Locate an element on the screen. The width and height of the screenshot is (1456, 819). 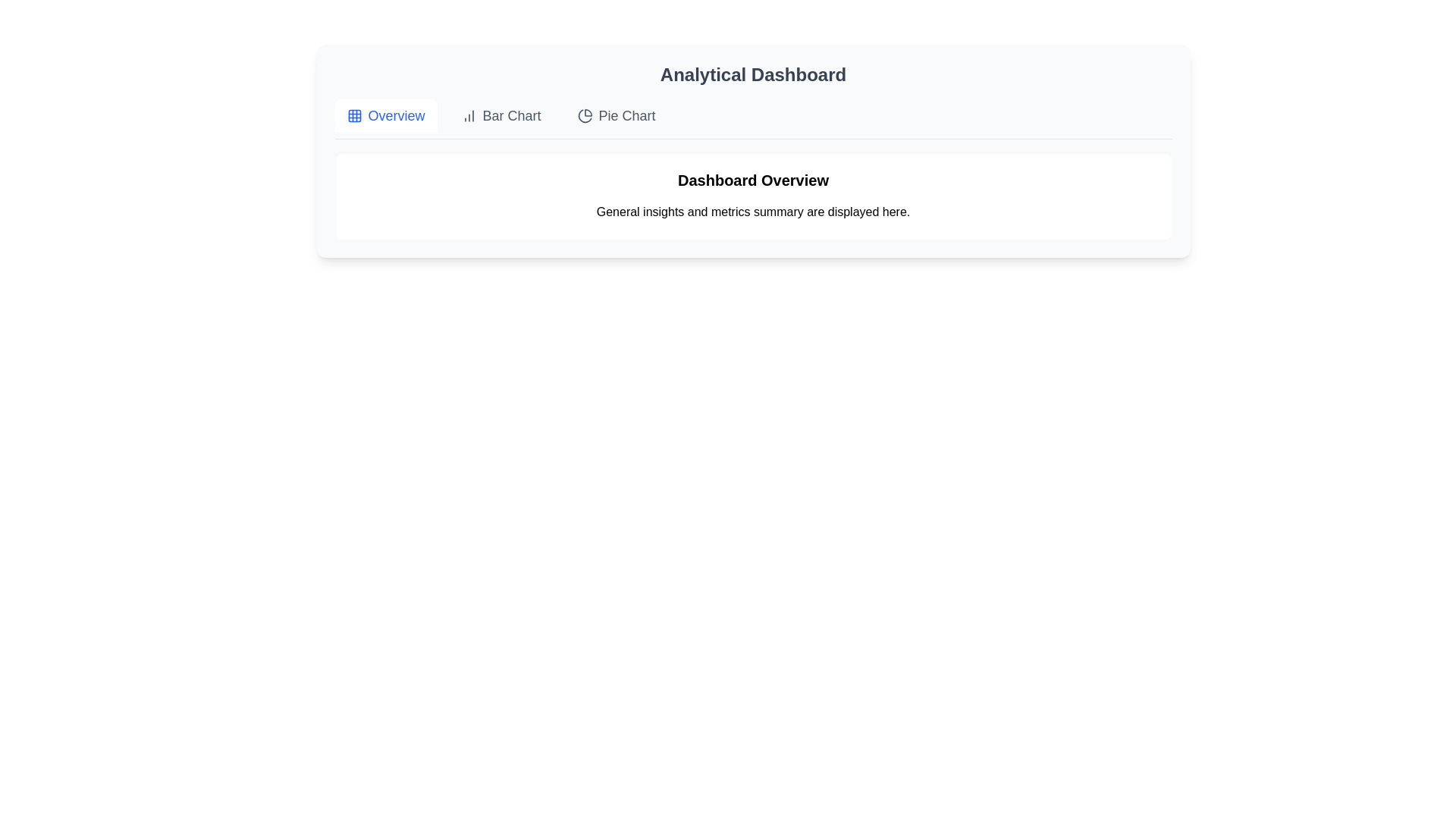
the visual state of the top-left sub-section of the grid icon located within the navigation bar, which is part of an interactive grid layout representing dashboard navigation is located at coordinates (353, 115).